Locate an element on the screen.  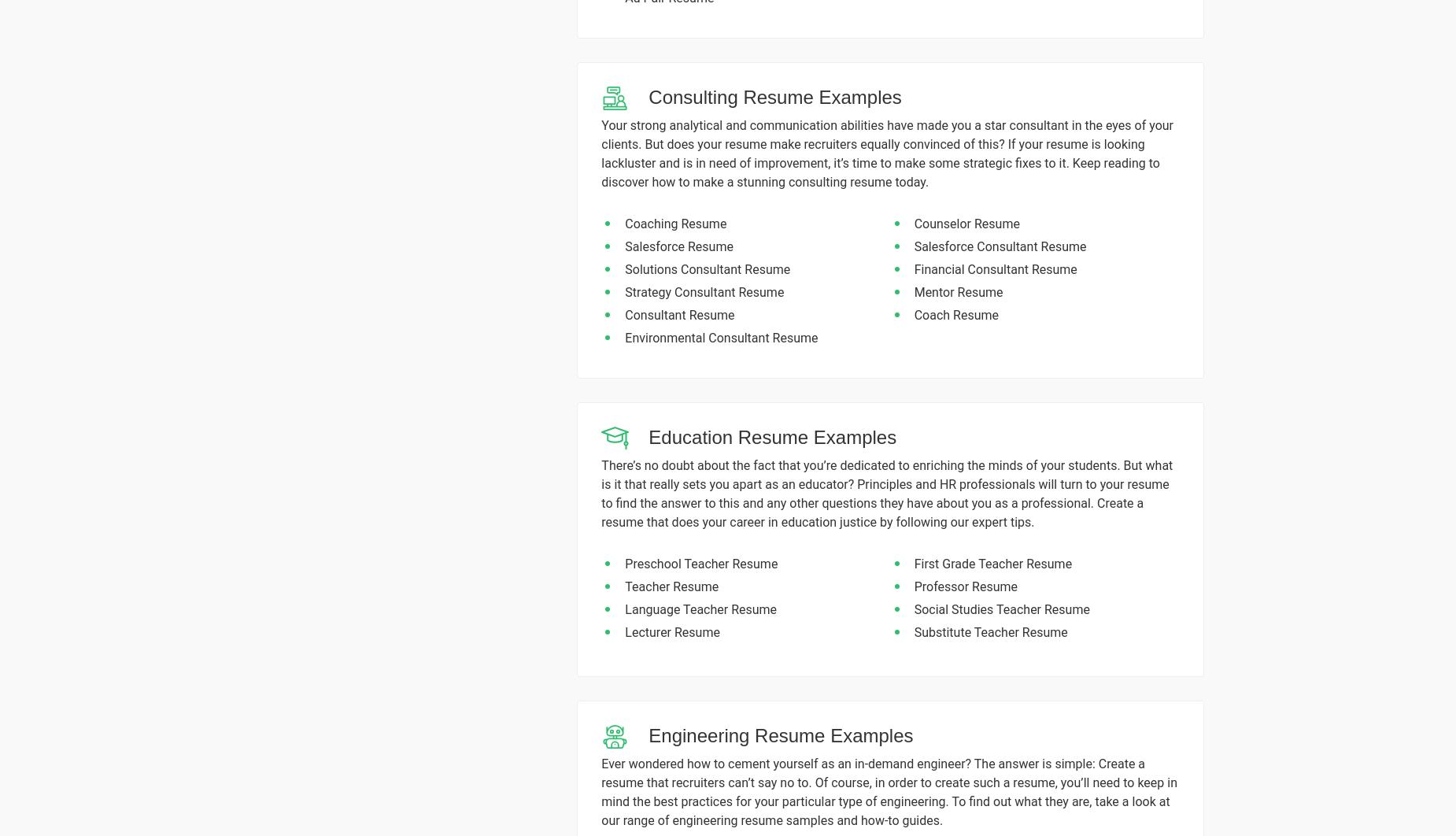
'Financial Consultant Resume' is located at coordinates (913, 268).